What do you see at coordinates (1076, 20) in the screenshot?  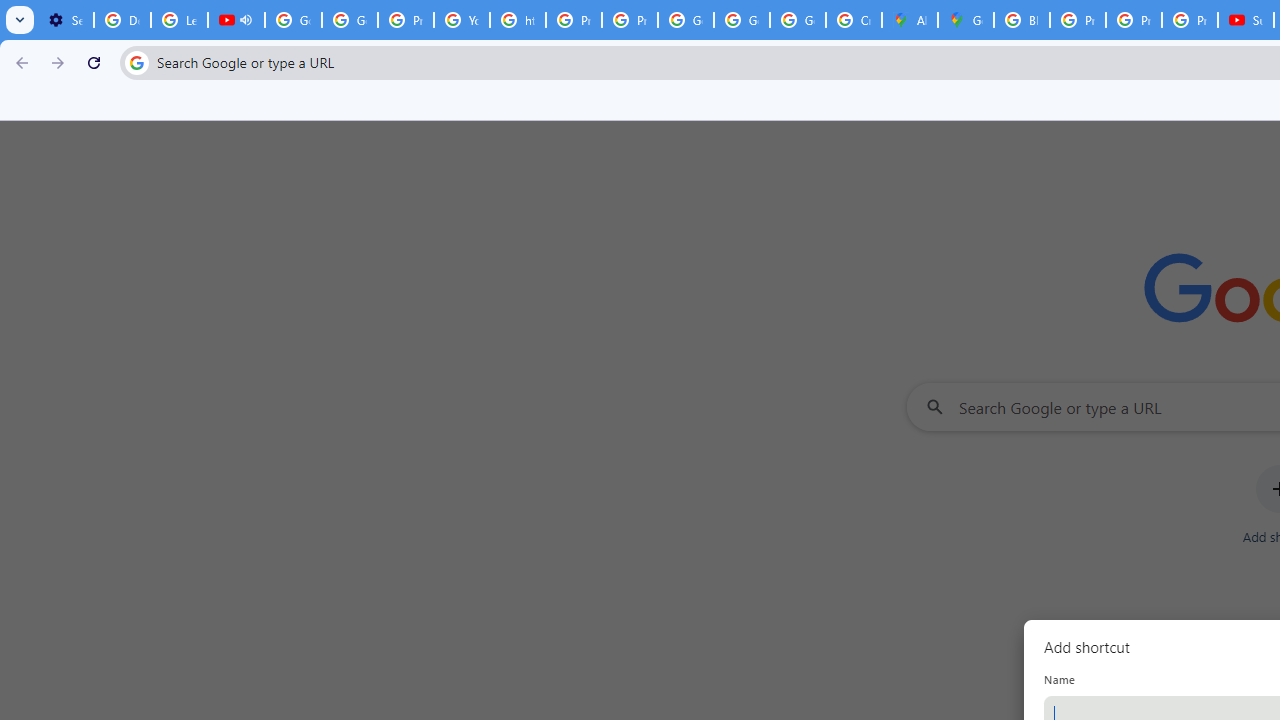 I see `'Privacy Help Center - Policies Help'` at bounding box center [1076, 20].